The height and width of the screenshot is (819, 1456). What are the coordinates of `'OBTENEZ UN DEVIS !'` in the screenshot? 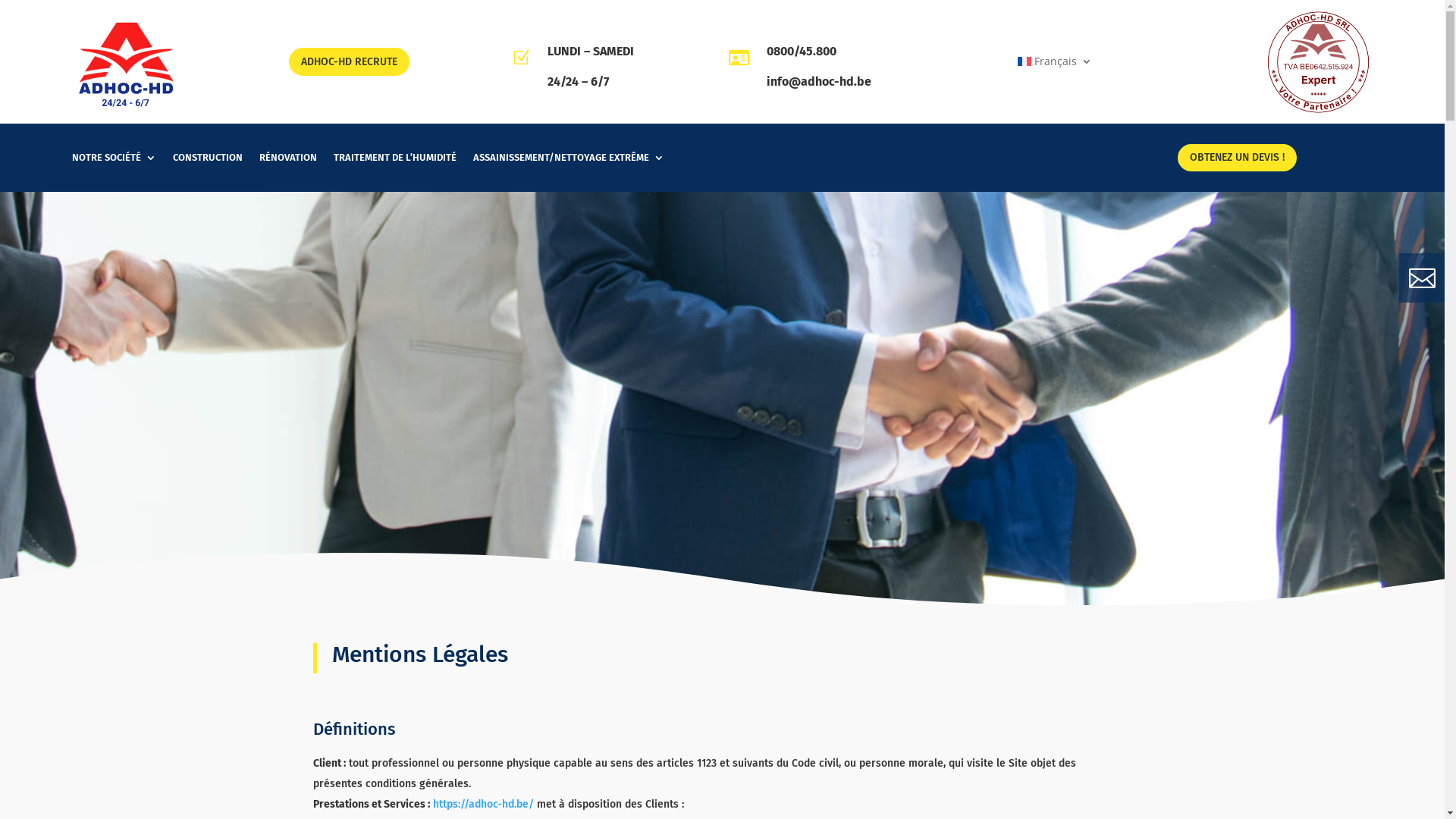 It's located at (1237, 158).